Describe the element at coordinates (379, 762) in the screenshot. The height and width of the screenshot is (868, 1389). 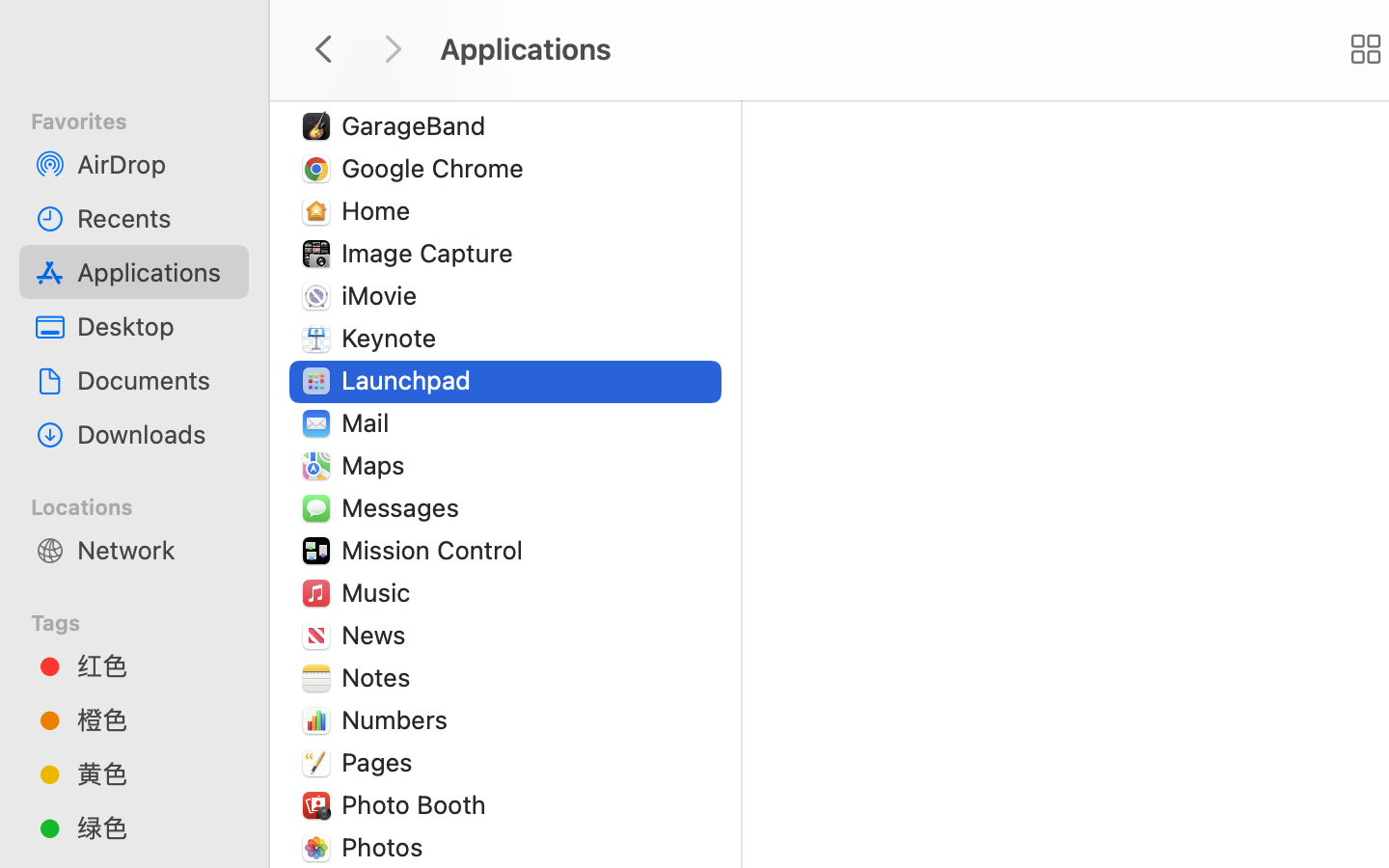
I see `'Pages'` at that location.